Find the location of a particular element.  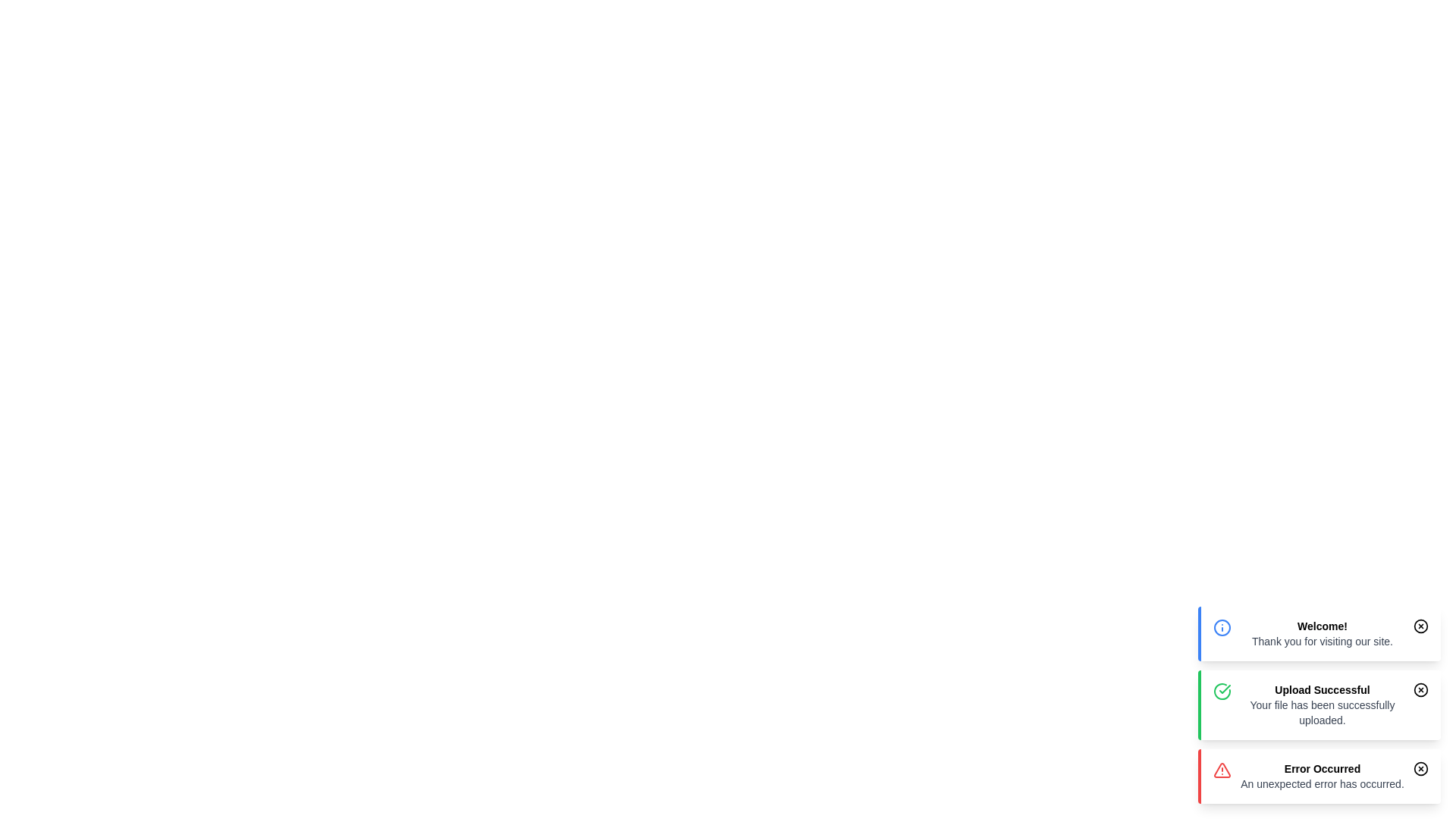

the checkmark icon indicating successful upload completion within the 'Upload Successful' notification card is located at coordinates (1225, 689).